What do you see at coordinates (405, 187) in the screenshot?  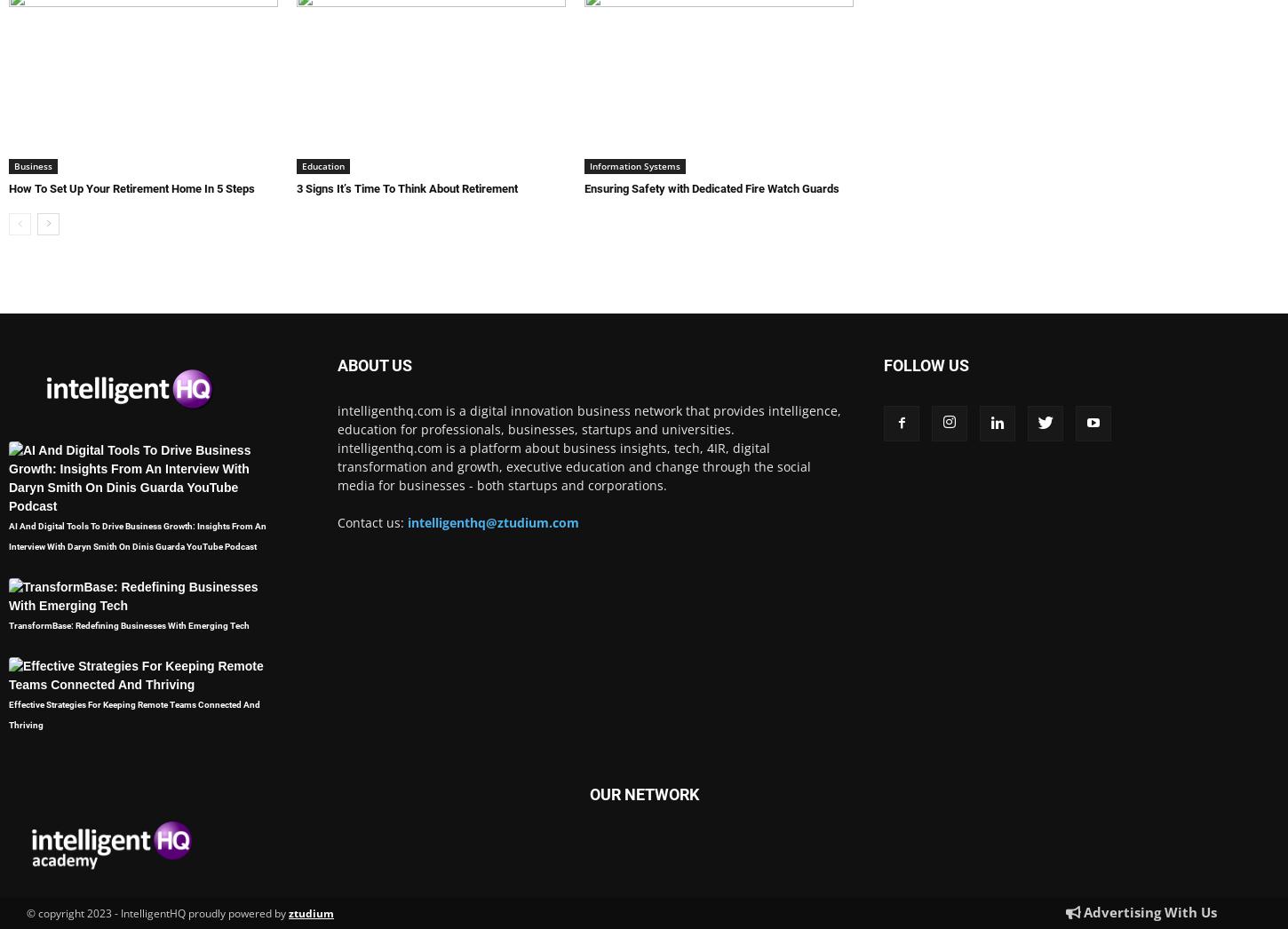 I see `'3 Signs It’s Time To Think About Retirement'` at bounding box center [405, 187].